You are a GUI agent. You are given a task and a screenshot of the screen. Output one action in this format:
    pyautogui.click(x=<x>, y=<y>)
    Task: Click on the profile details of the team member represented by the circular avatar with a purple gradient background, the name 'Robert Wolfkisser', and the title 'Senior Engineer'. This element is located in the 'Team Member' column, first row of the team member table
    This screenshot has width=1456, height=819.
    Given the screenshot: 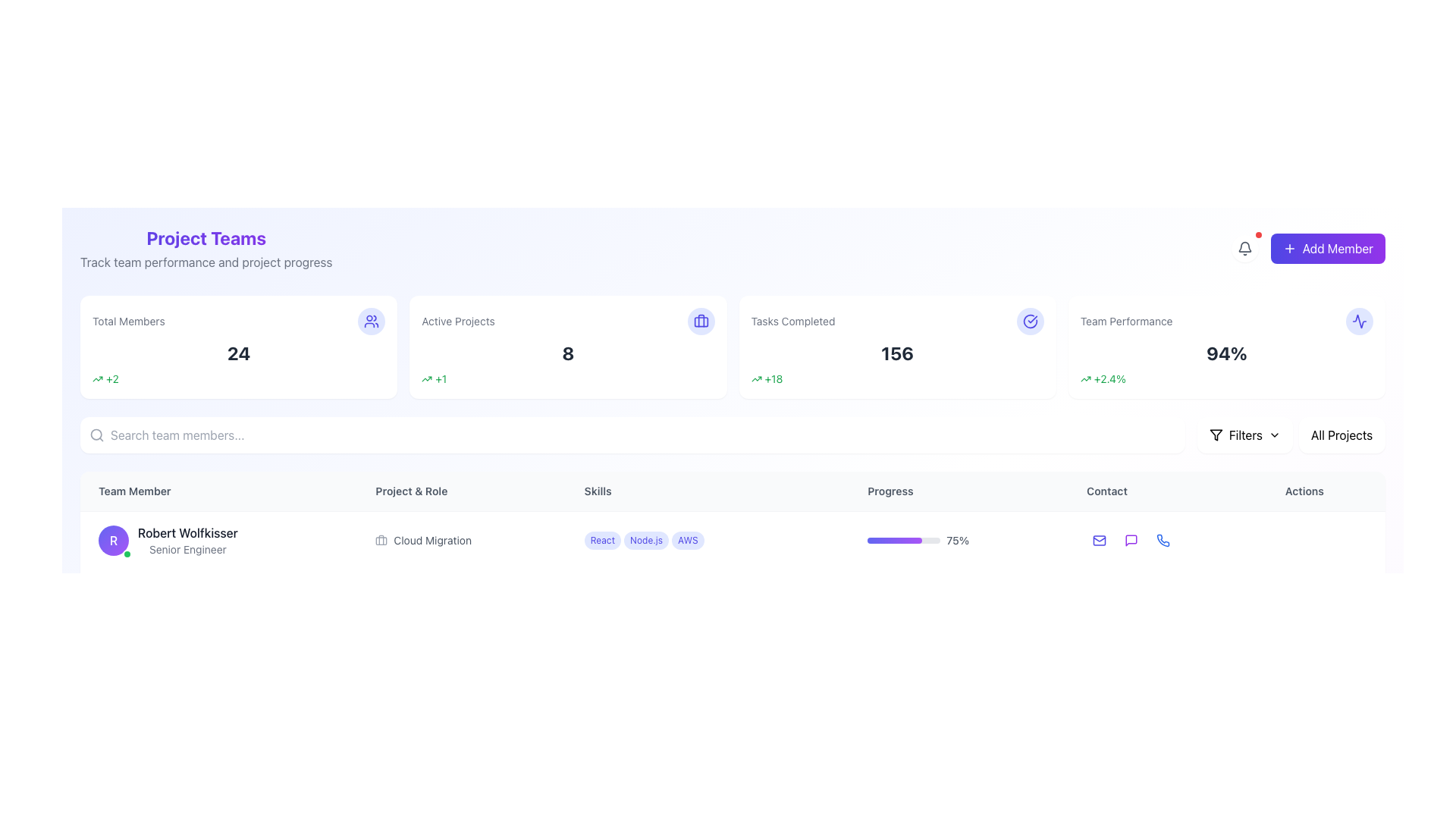 What is the action you would take?
    pyautogui.click(x=218, y=539)
    